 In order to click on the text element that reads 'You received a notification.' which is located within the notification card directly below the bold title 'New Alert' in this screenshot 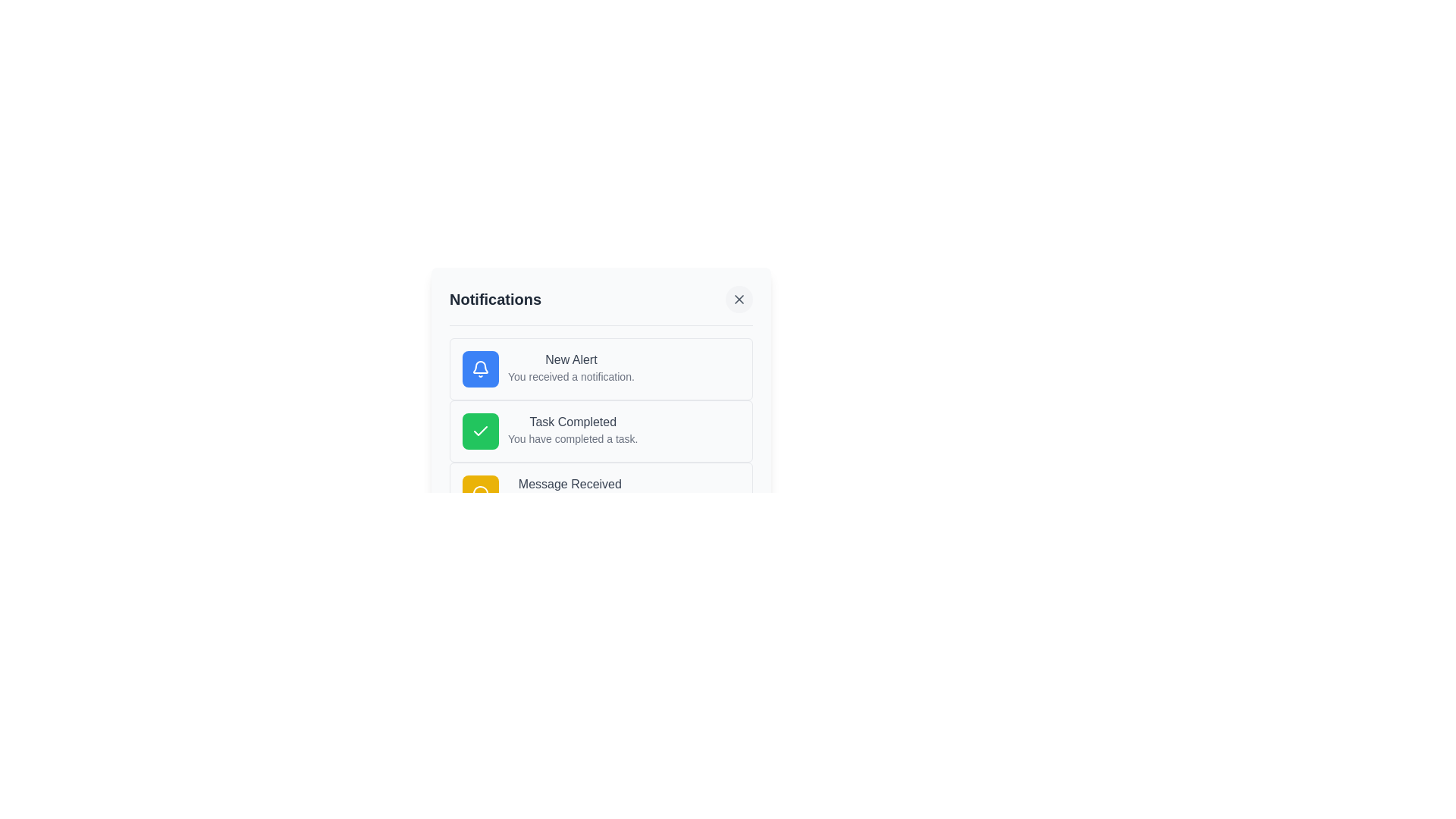, I will do `click(570, 376)`.